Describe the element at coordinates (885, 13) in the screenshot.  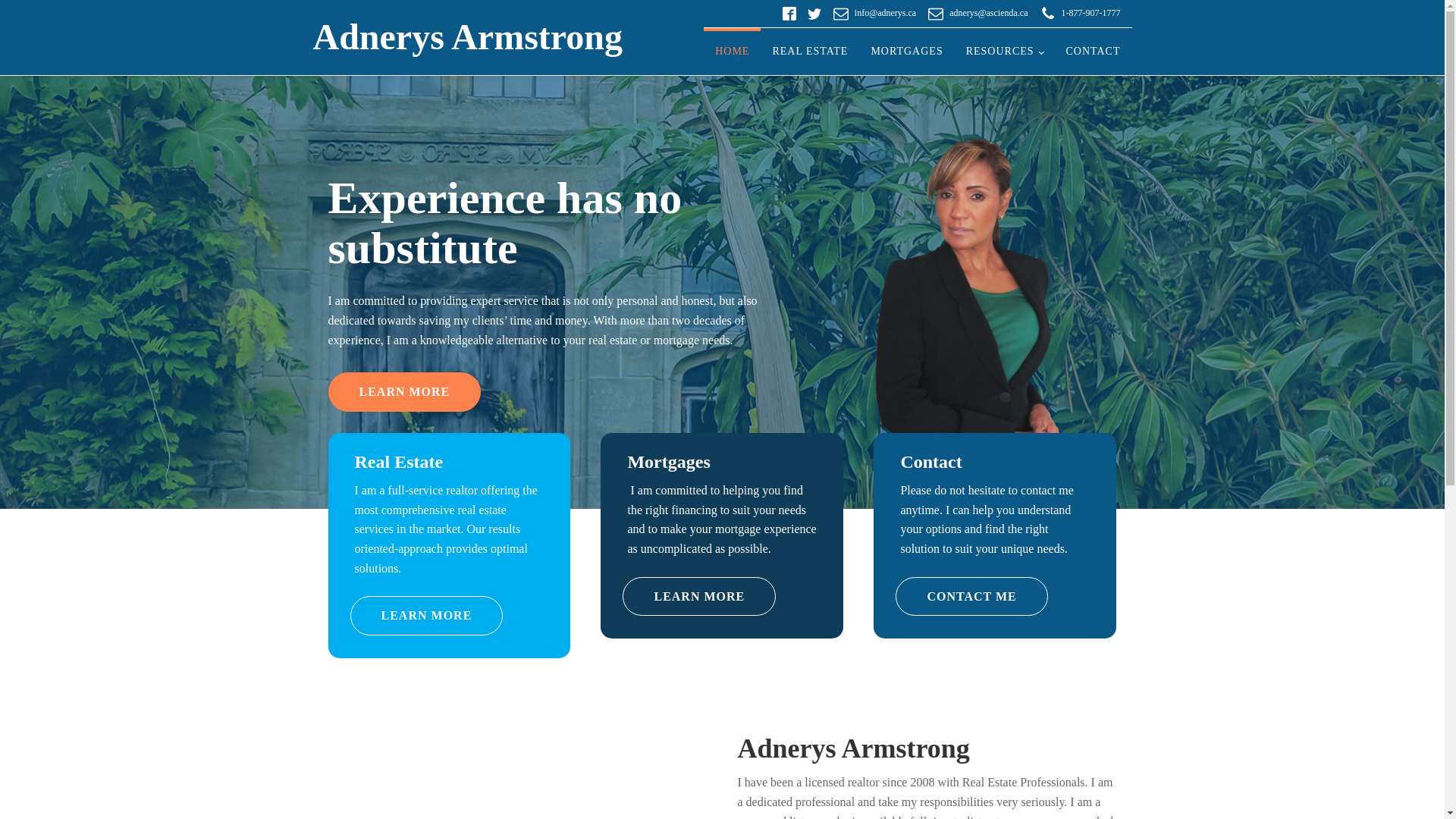
I see `'info@adnerys.ca'` at that location.